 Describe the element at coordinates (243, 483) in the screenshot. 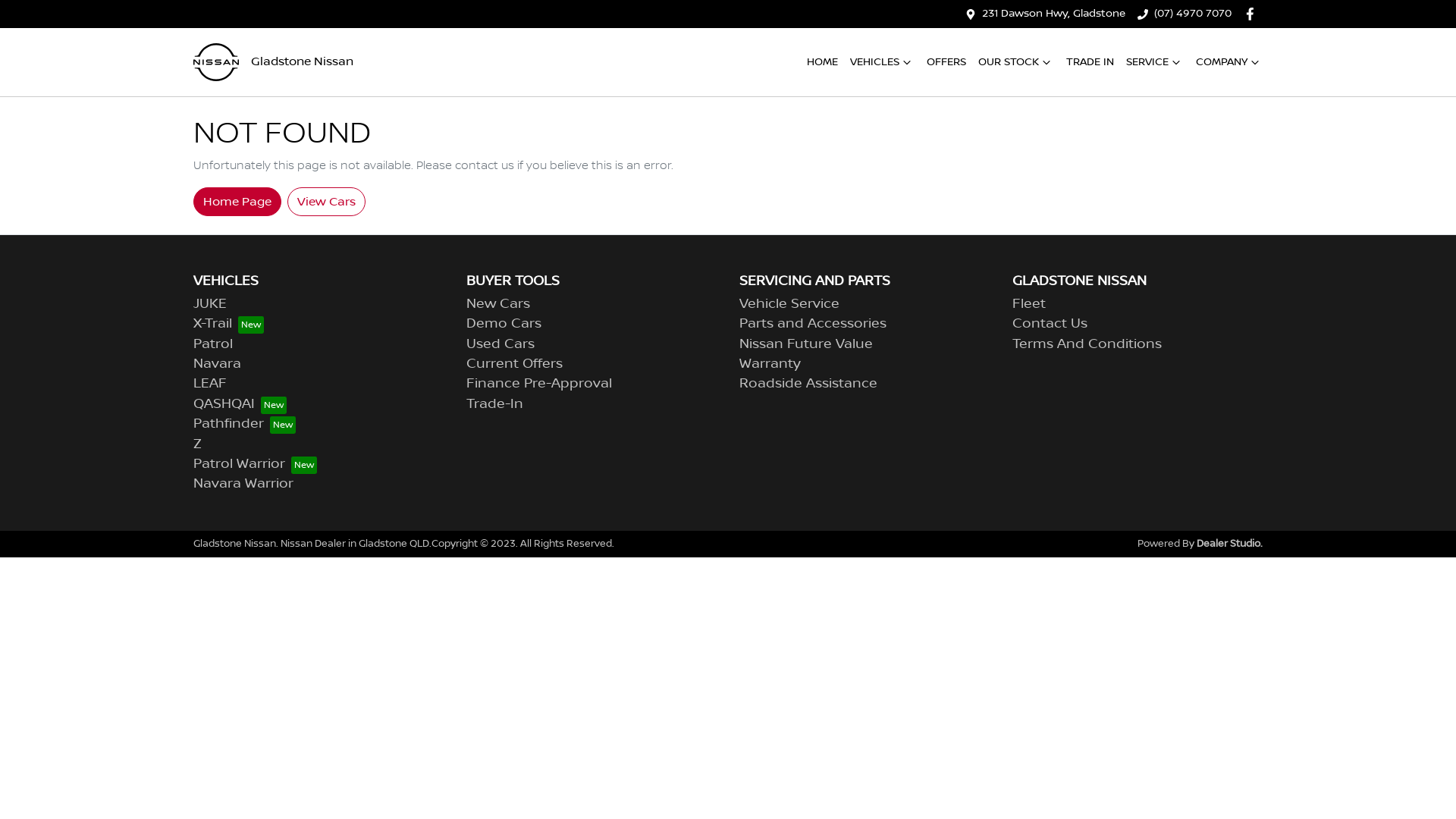

I see `'Navara Warrior'` at that location.